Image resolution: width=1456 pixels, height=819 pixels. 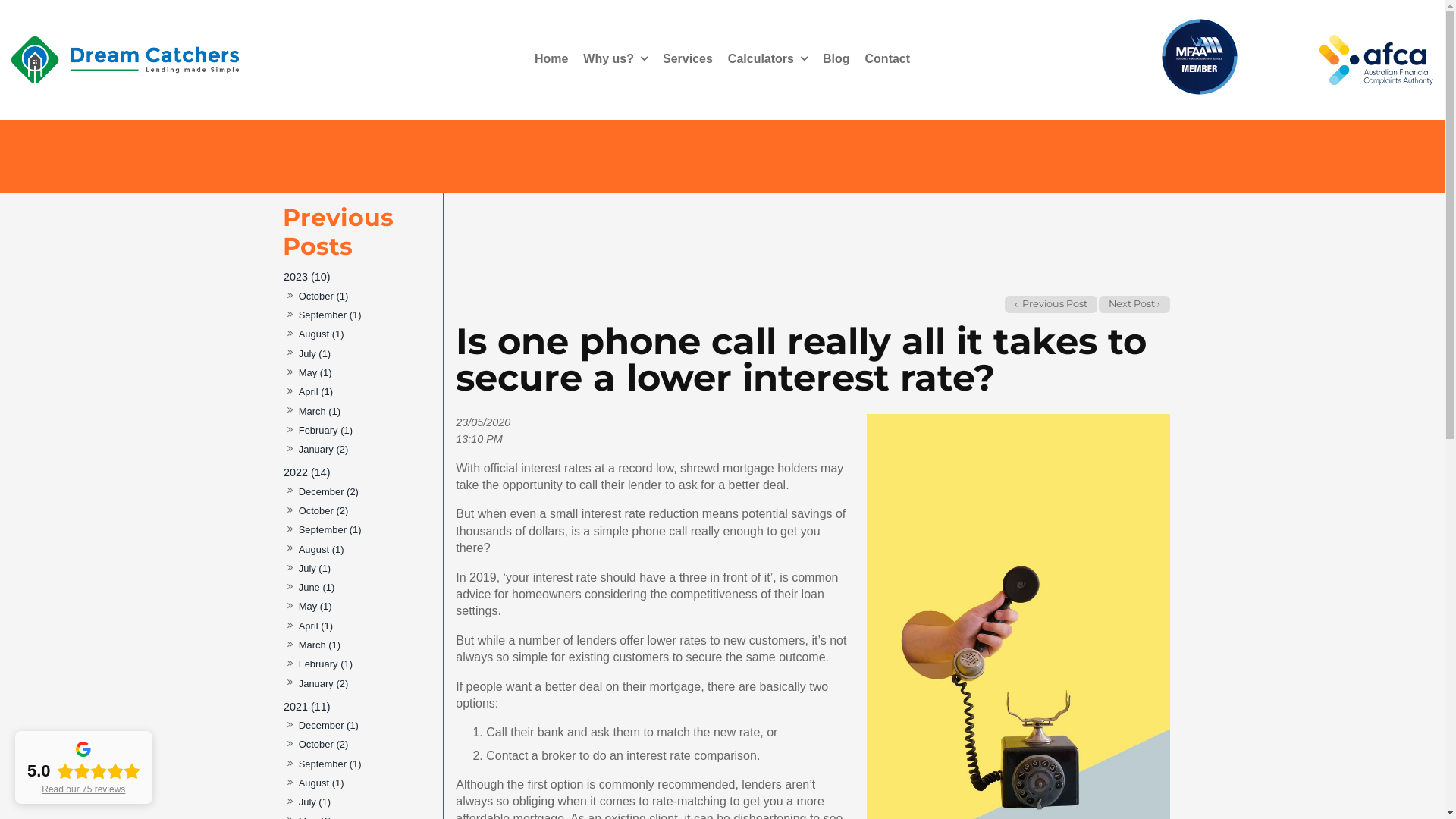 What do you see at coordinates (1050, 304) in the screenshot?
I see `'Previous Post'` at bounding box center [1050, 304].